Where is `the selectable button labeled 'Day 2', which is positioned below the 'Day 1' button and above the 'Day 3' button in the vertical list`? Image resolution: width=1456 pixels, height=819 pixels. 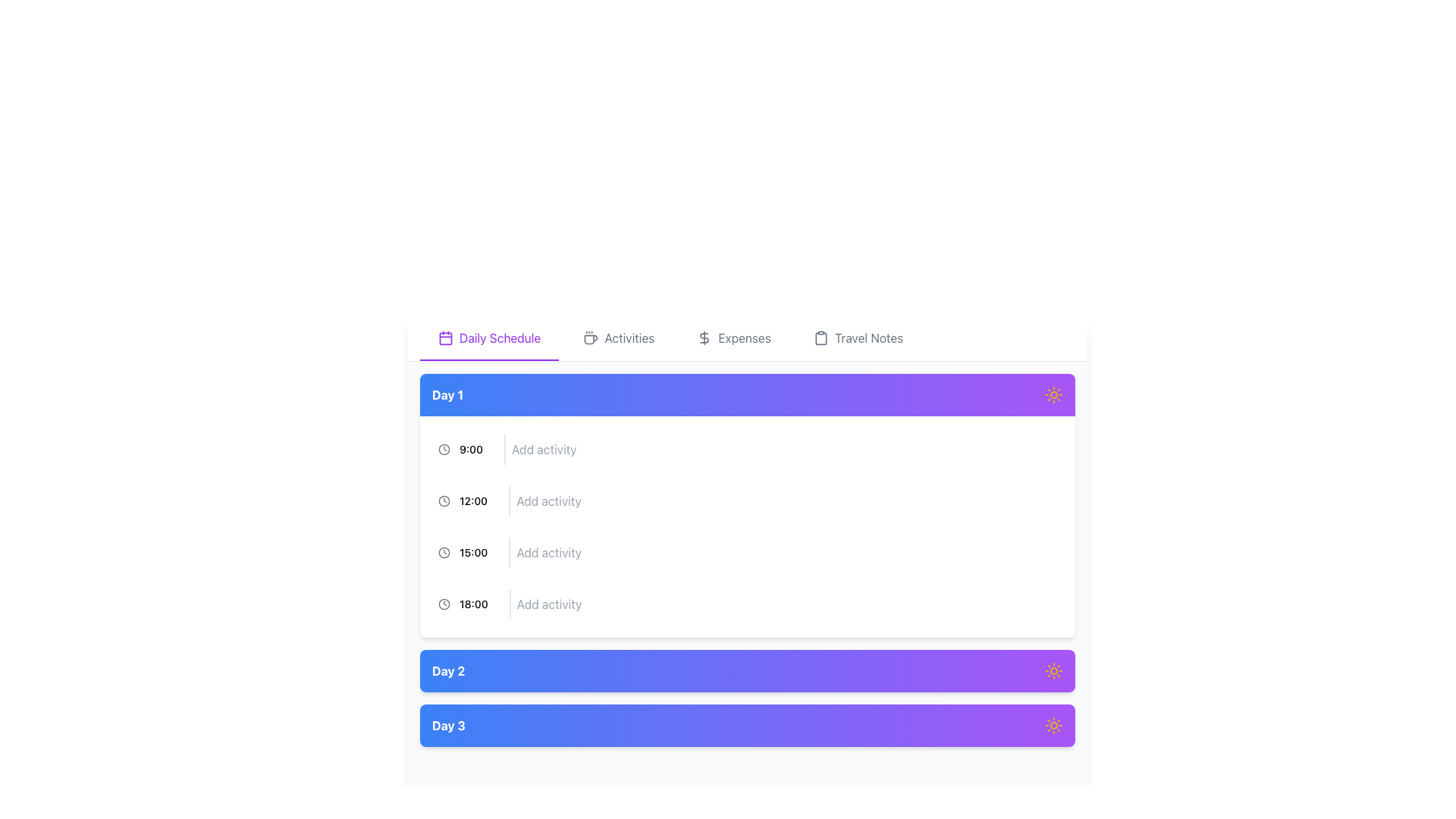 the selectable button labeled 'Day 2', which is positioned below the 'Day 1' button and above the 'Day 3' button in the vertical list is located at coordinates (747, 670).